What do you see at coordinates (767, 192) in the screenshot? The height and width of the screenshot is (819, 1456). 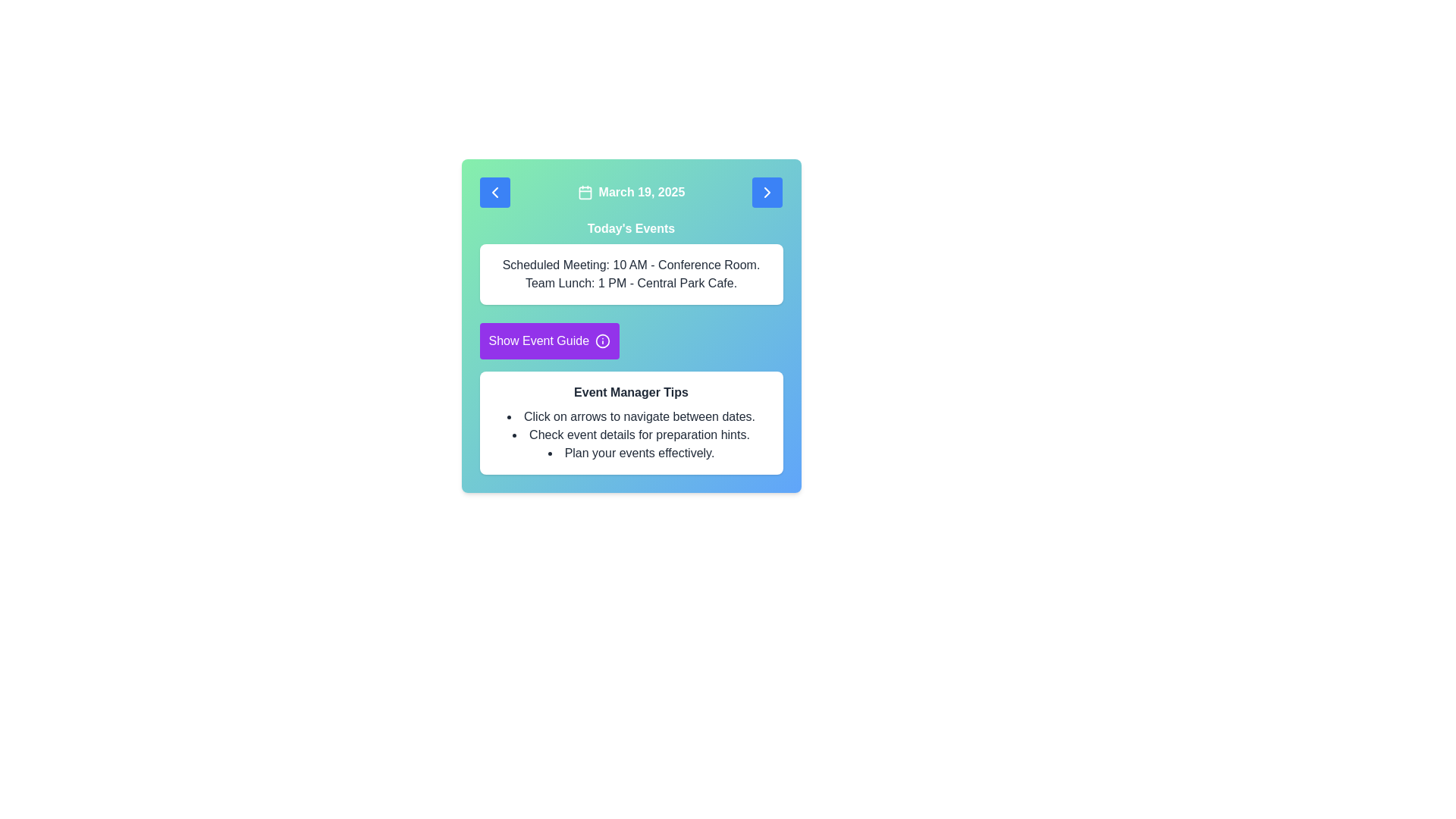 I see `the navigation arrow icon located in the top-right corner of the main panel, which serves to advance to the next item or section` at bounding box center [767, 192].